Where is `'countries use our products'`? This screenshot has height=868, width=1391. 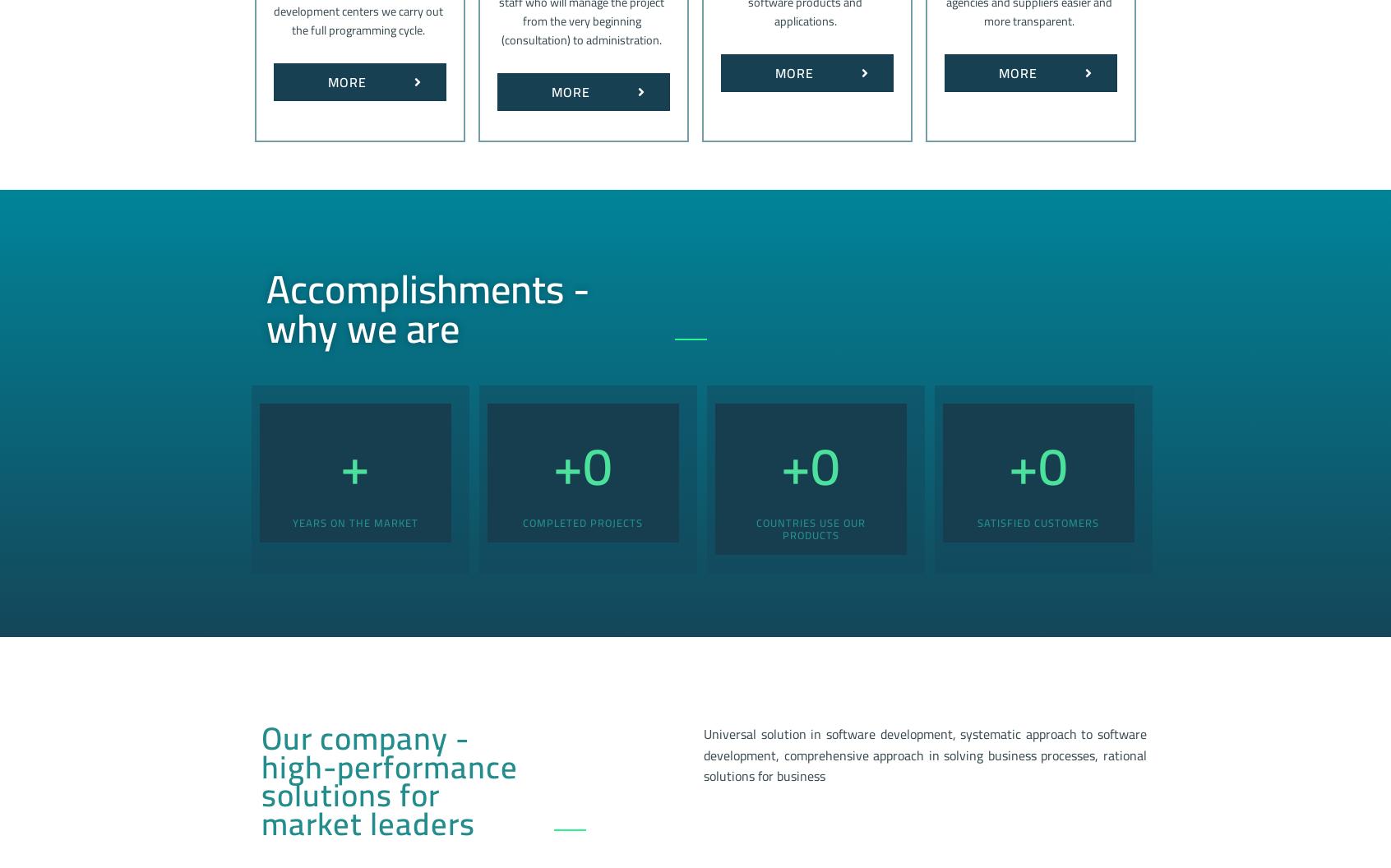 'countries use our products' is located at coordinates (810, 527).